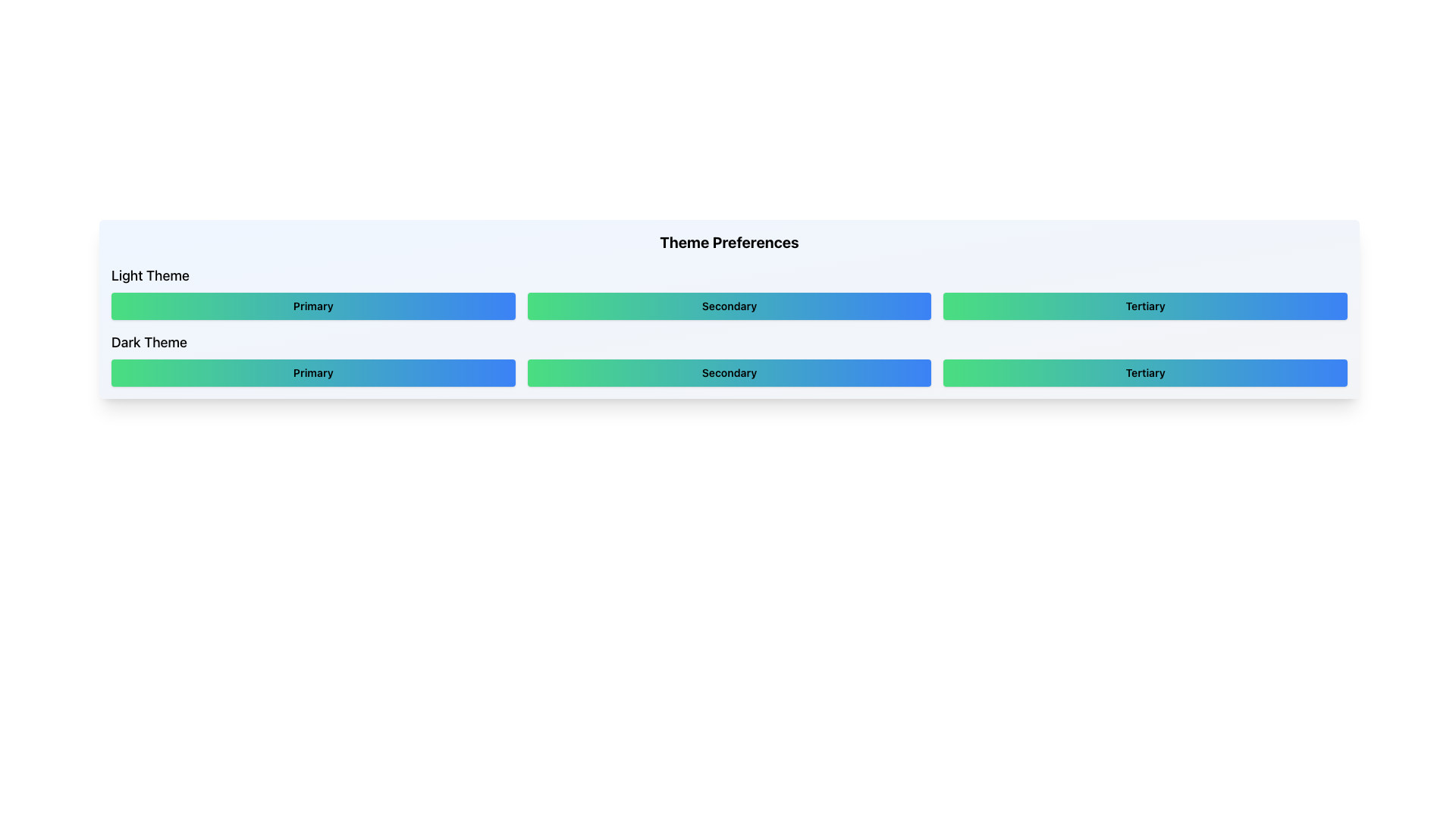 This screenshot has height=819, width=1456. What do you see at coordinates (149, 342) in the screenshot?
I see `the non-interactive 'Dark Theme' text label located below the 'Light Theme' label and to the left of the theme preference buttons` at bounding box center [149, 342].